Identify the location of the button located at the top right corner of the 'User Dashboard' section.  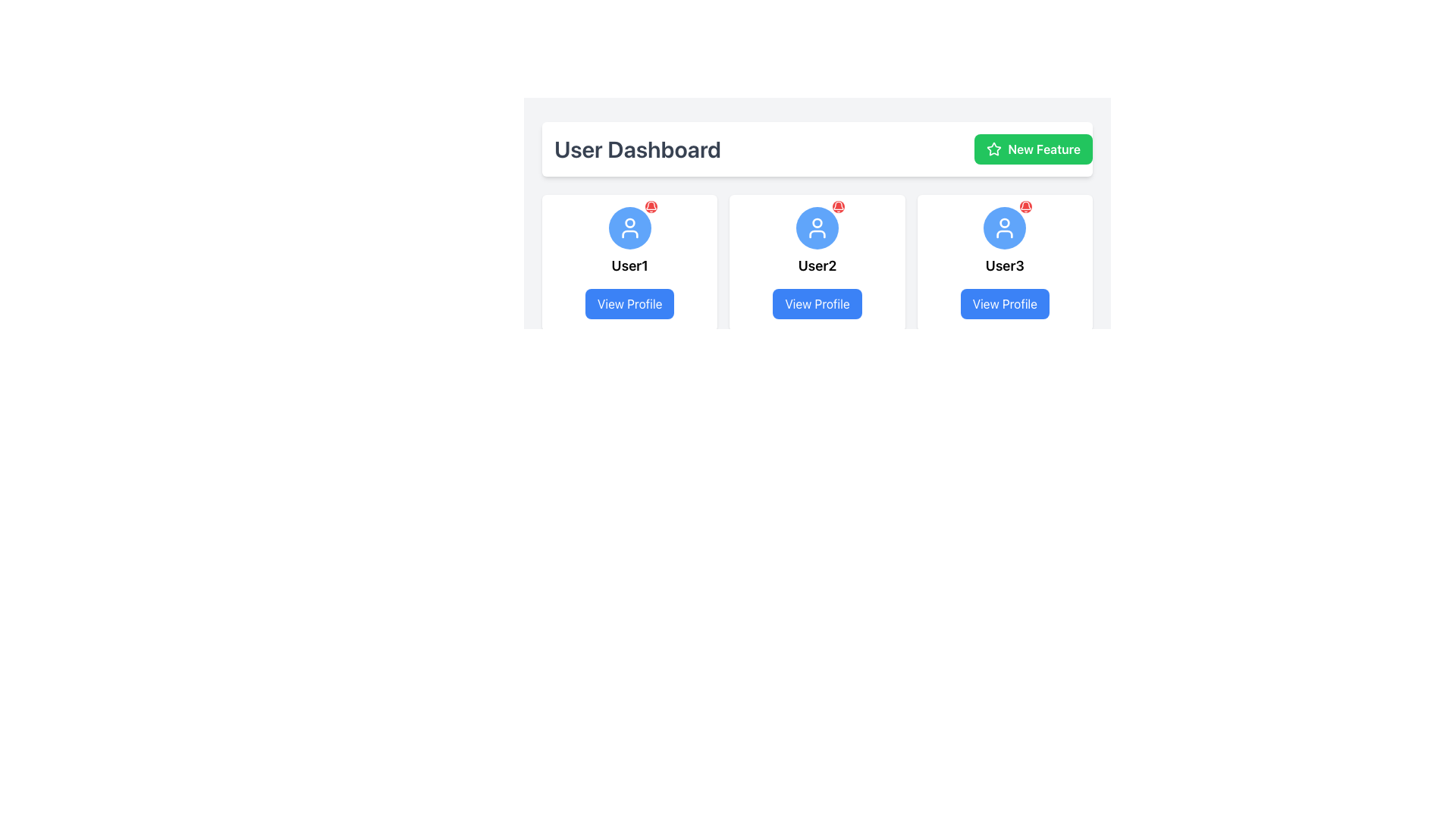
(1033, 149).